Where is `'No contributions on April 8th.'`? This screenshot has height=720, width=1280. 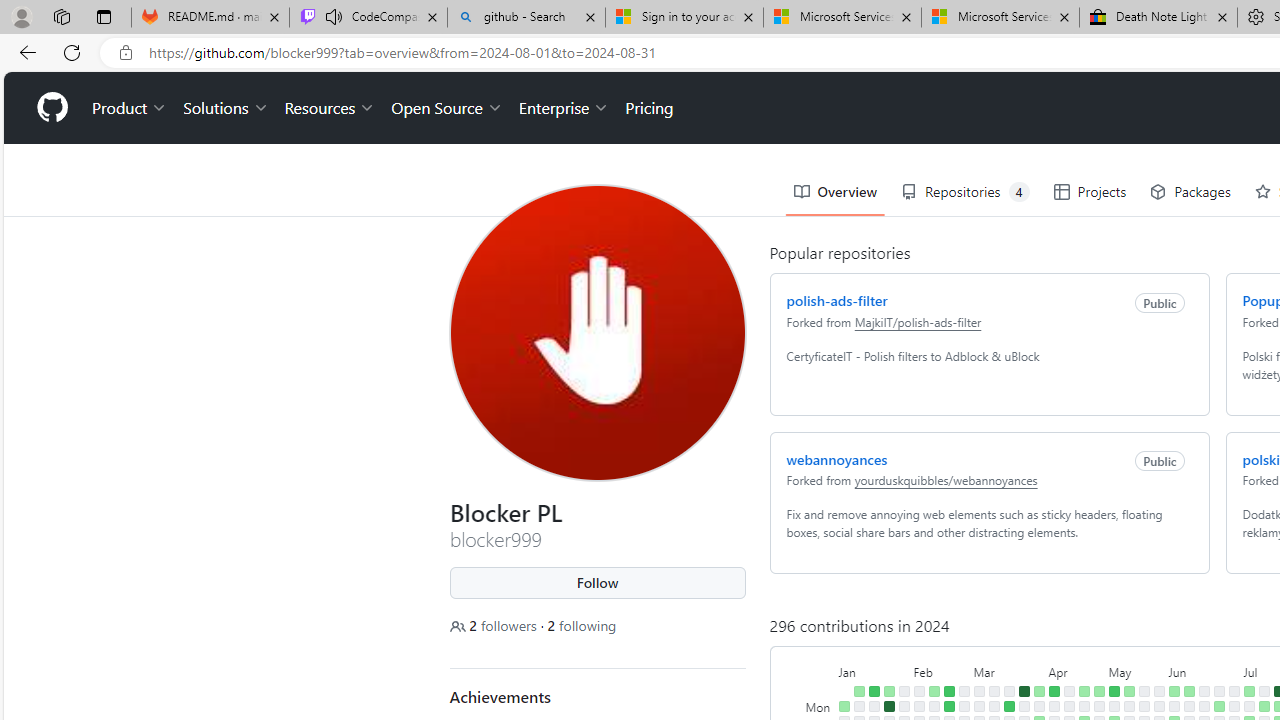
'No contributions on April 8th.' is located at coordinates (1053, 705).